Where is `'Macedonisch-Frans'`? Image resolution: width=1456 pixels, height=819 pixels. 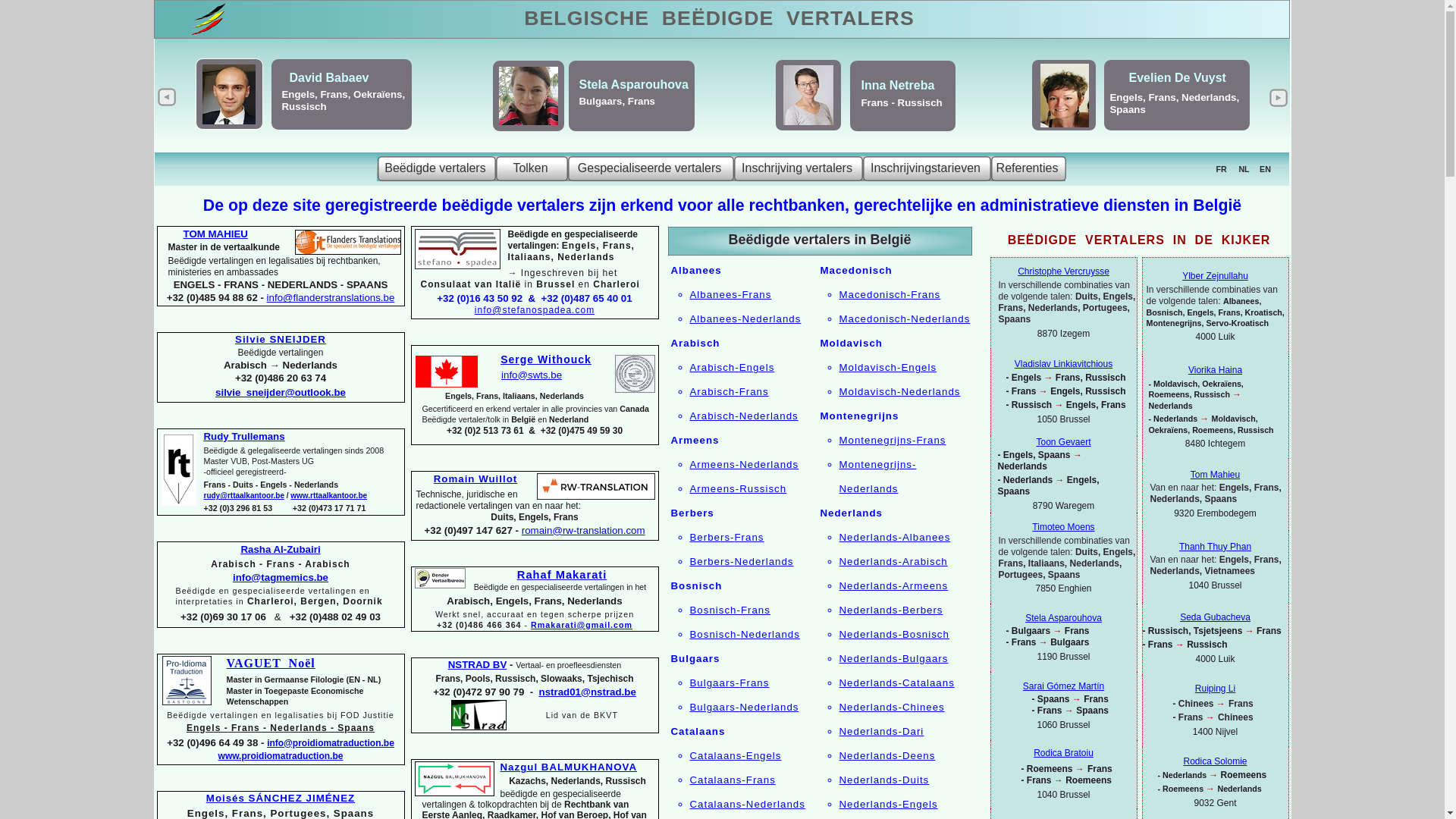 'Macedonisch-Frans' is located at coordinates (837, 294).